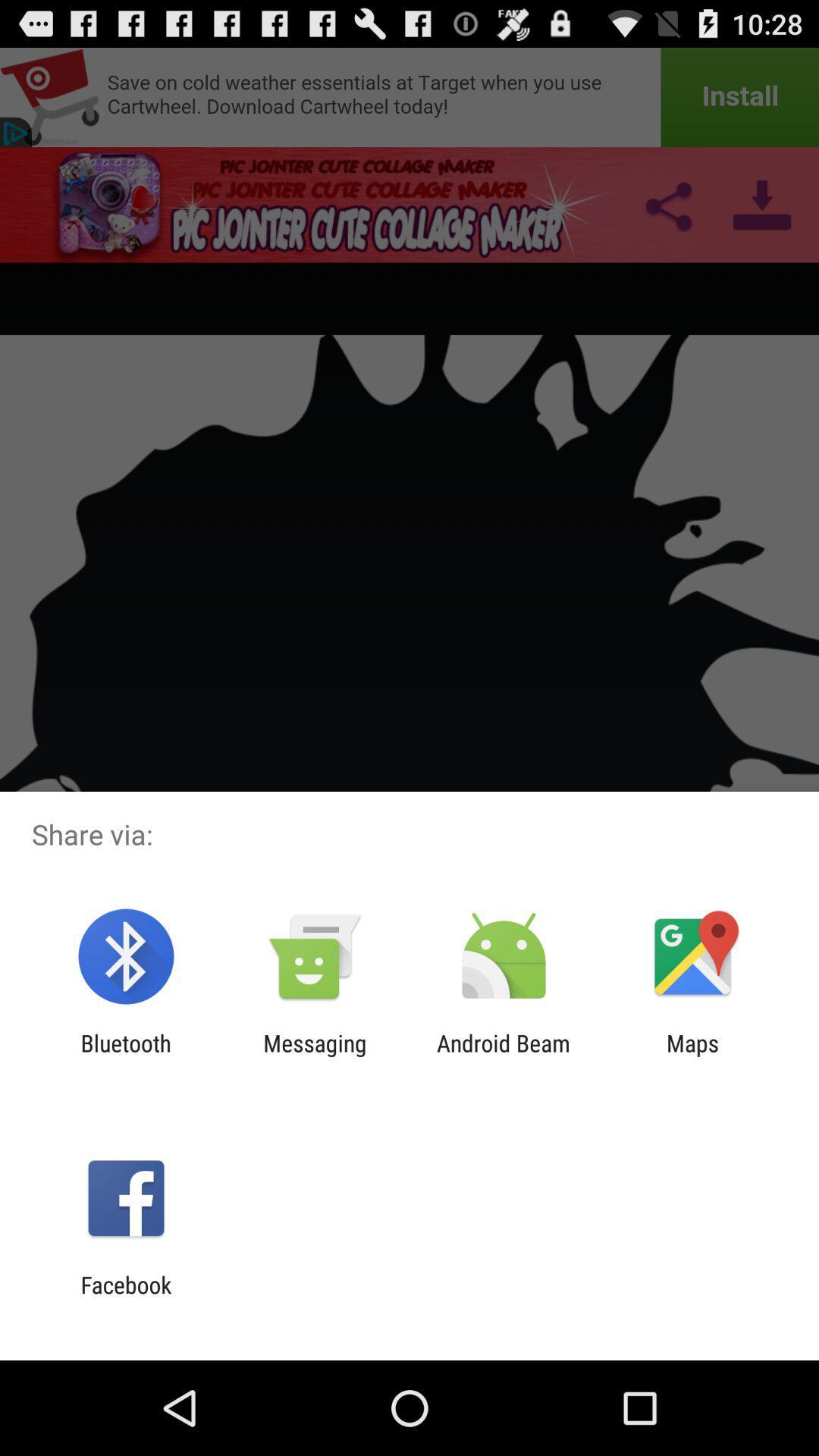 The width and height of the screenshot is (819, 1456). I want to click on android beam item, so click(504, 1056).